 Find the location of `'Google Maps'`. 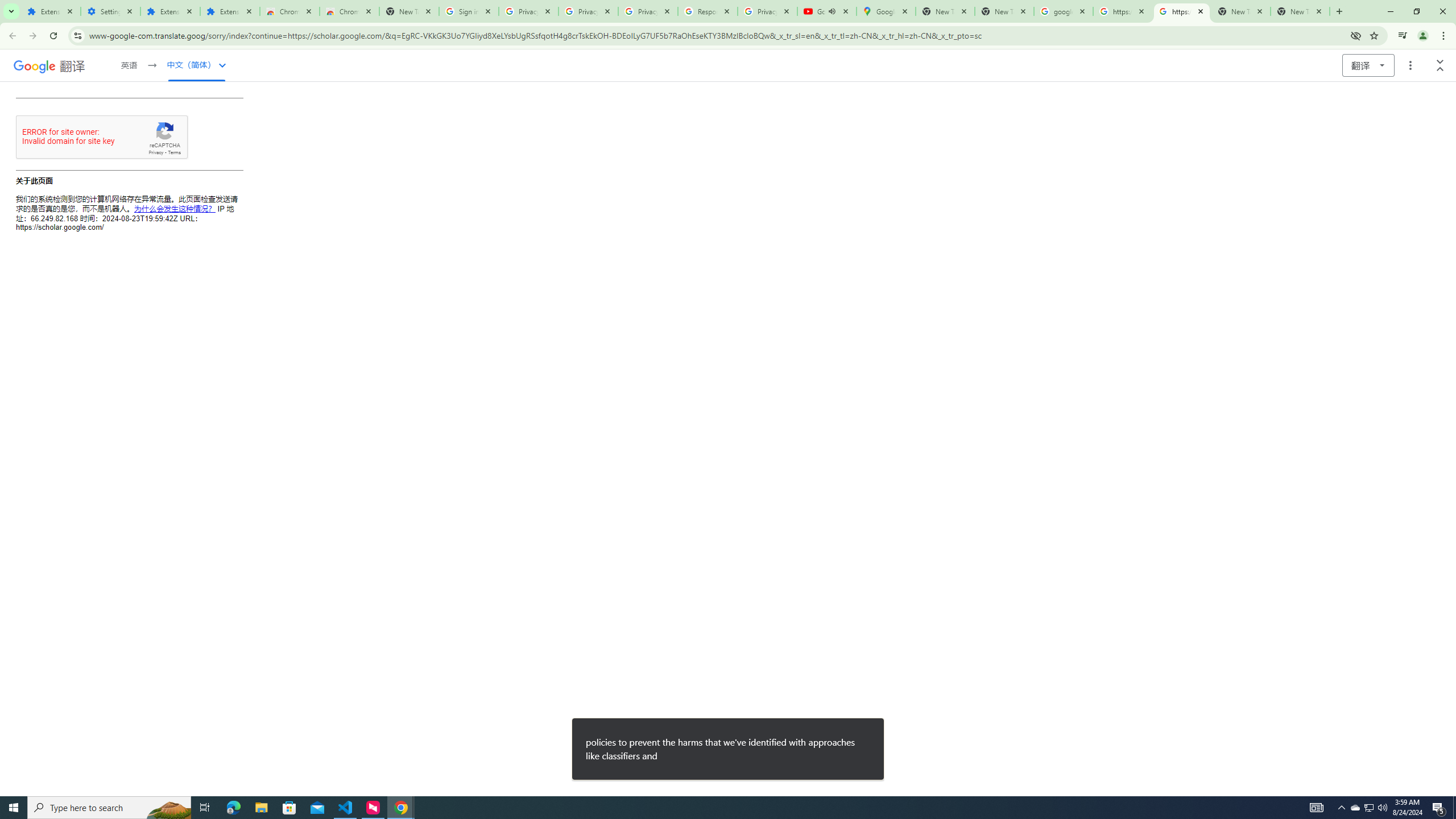

'Google Maps' is located at coordinates (886, 11).